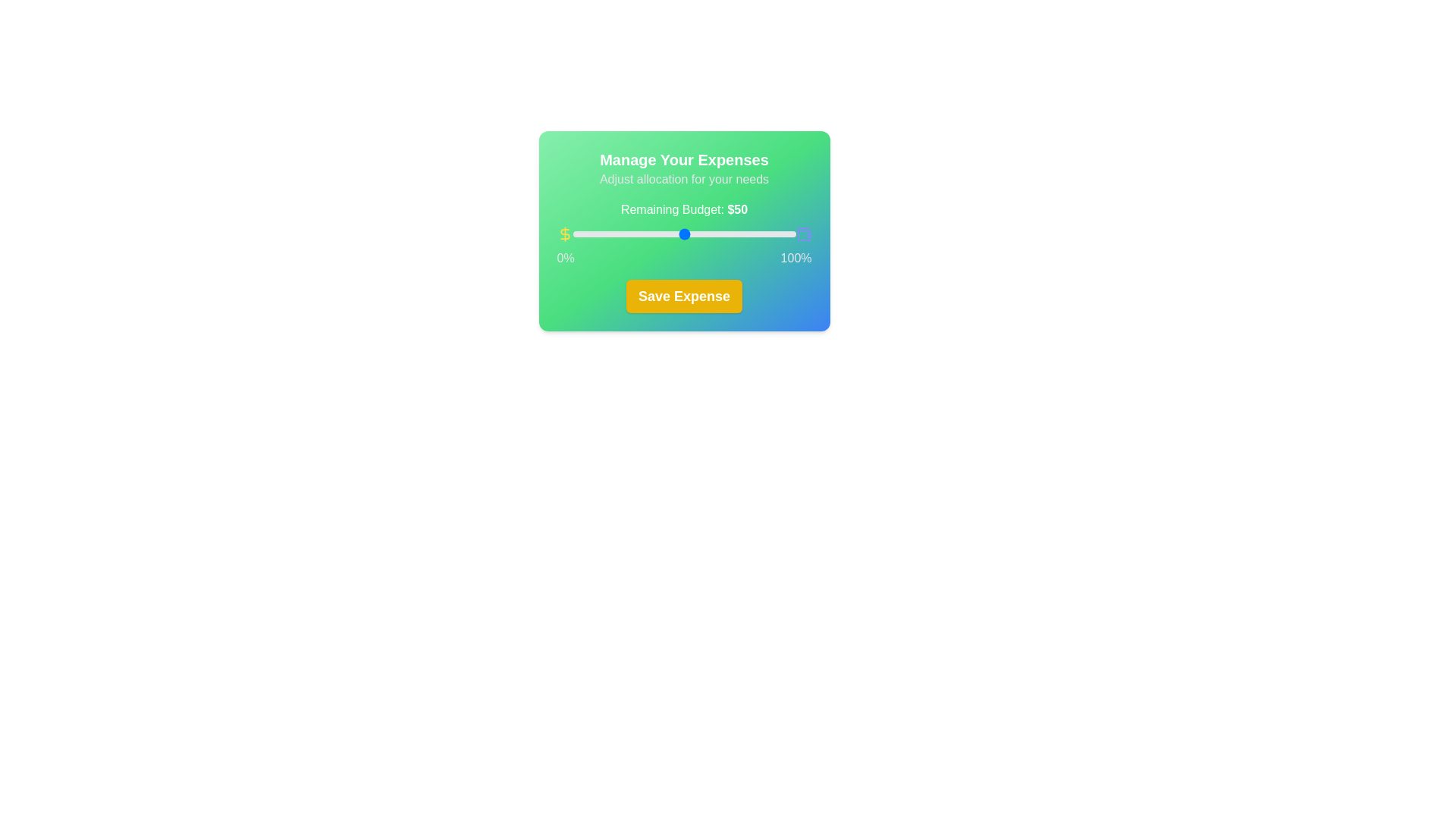  I want to click on the slider to set the budget allocation to 91%, so click(775, 234).